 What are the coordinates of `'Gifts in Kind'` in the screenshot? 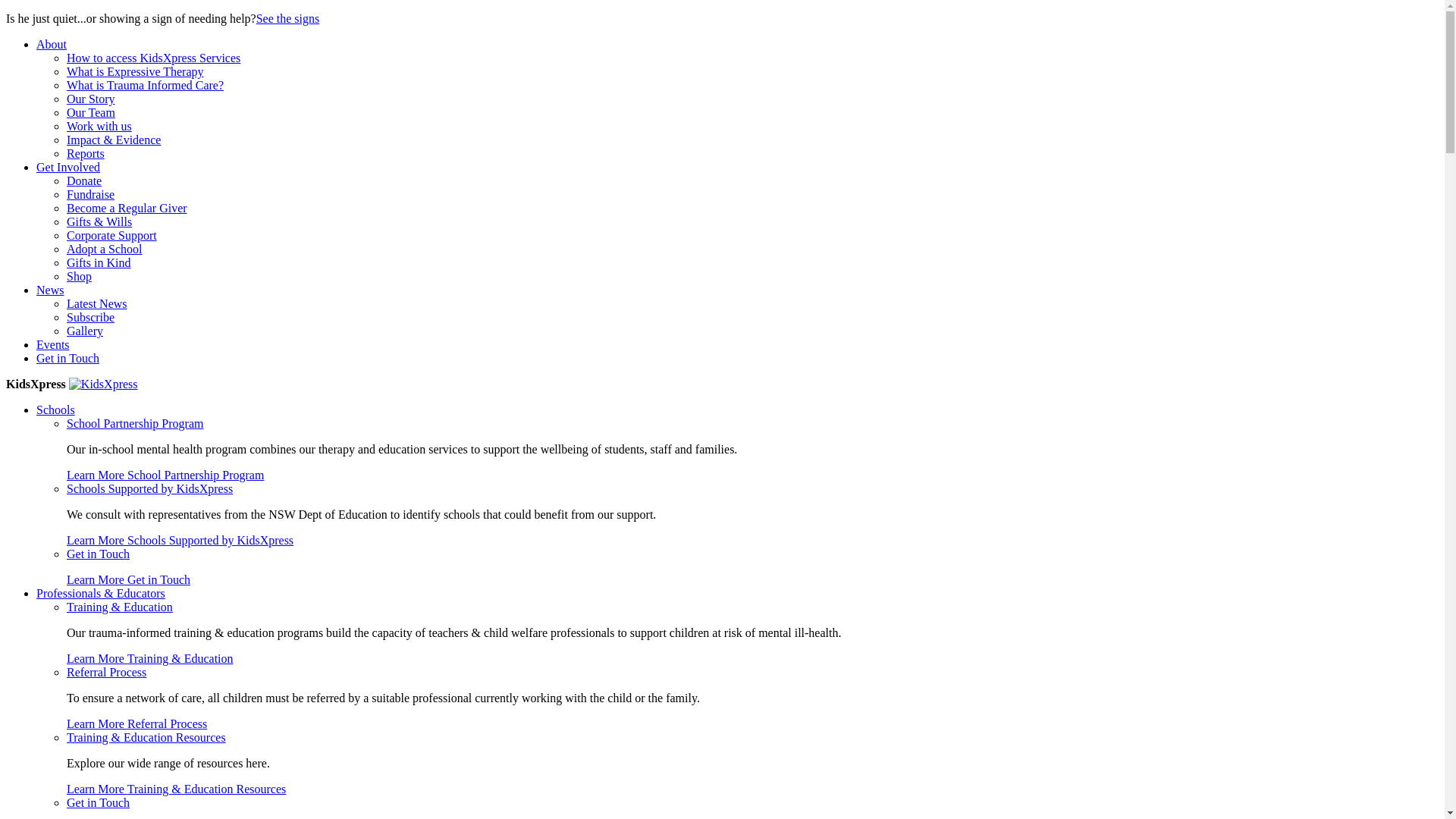 It's located at (97, 262).